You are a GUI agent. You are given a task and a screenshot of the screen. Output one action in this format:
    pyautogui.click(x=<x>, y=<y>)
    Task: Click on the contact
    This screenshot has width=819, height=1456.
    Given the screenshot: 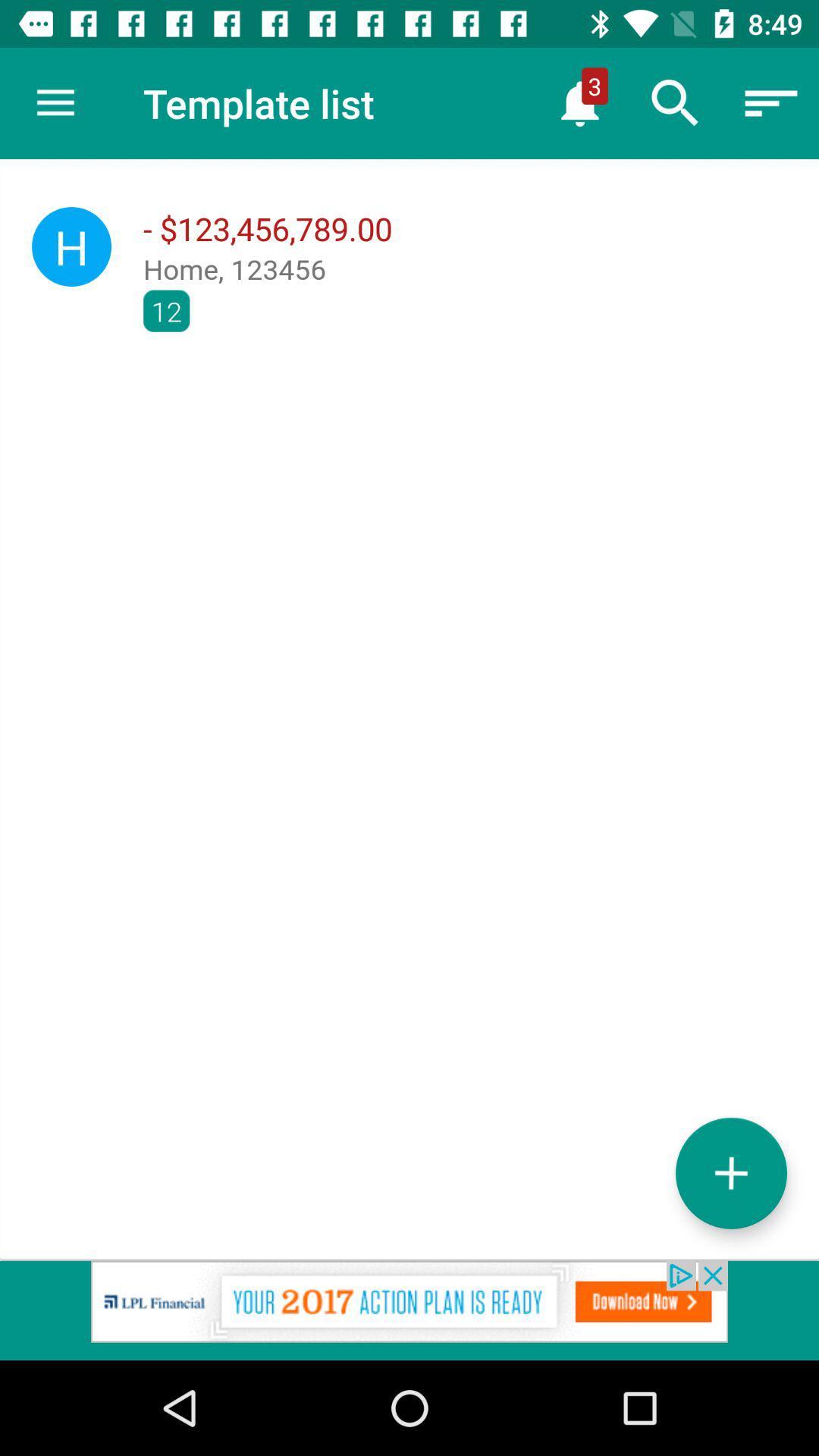 What is the action you would take?
    pyautogui.click(x=730, y=1172)
    